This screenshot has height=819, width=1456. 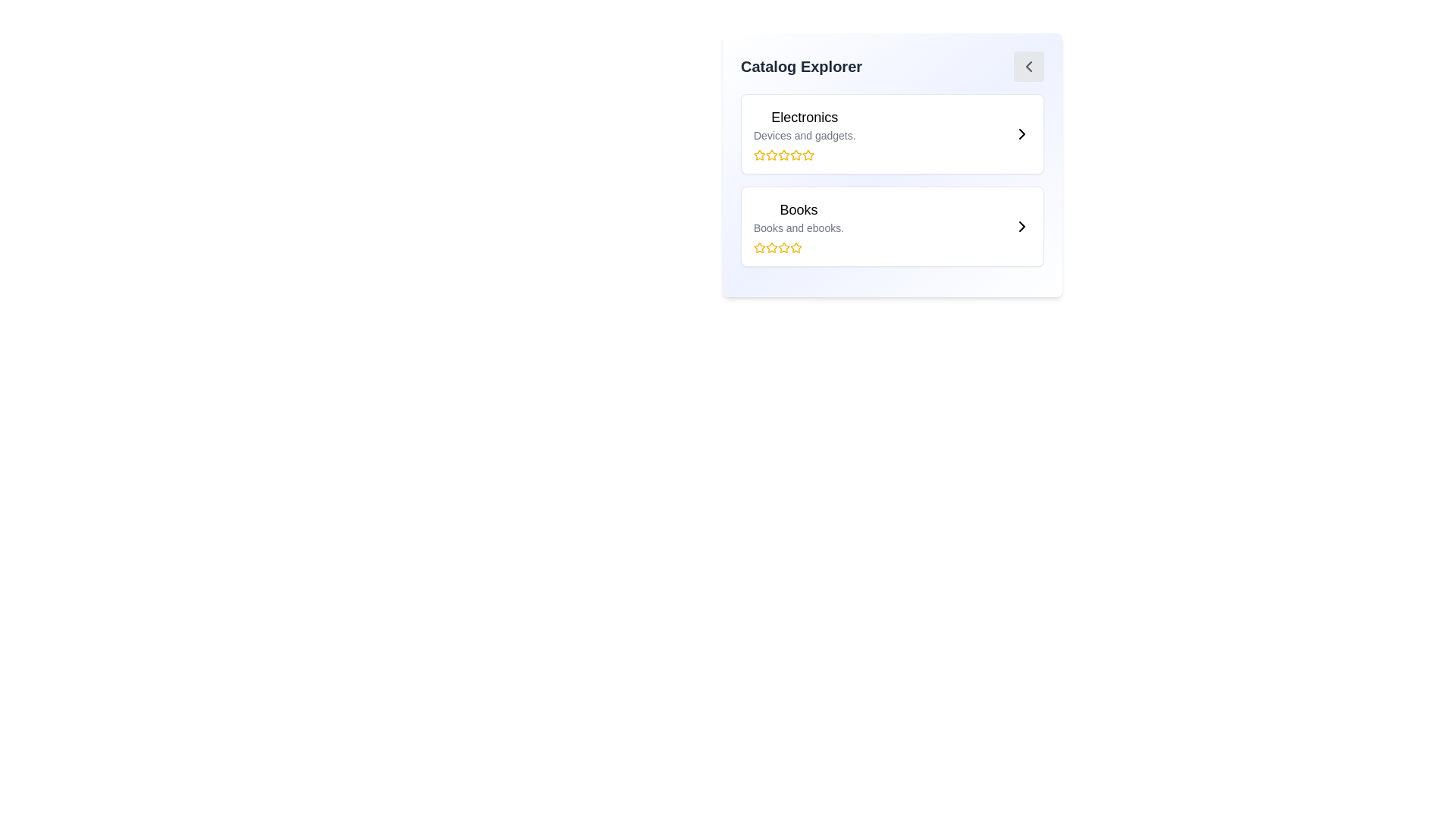 I want to click on the third star icon with a hollow center and gold-colored outline, so click(x=795, y=246).